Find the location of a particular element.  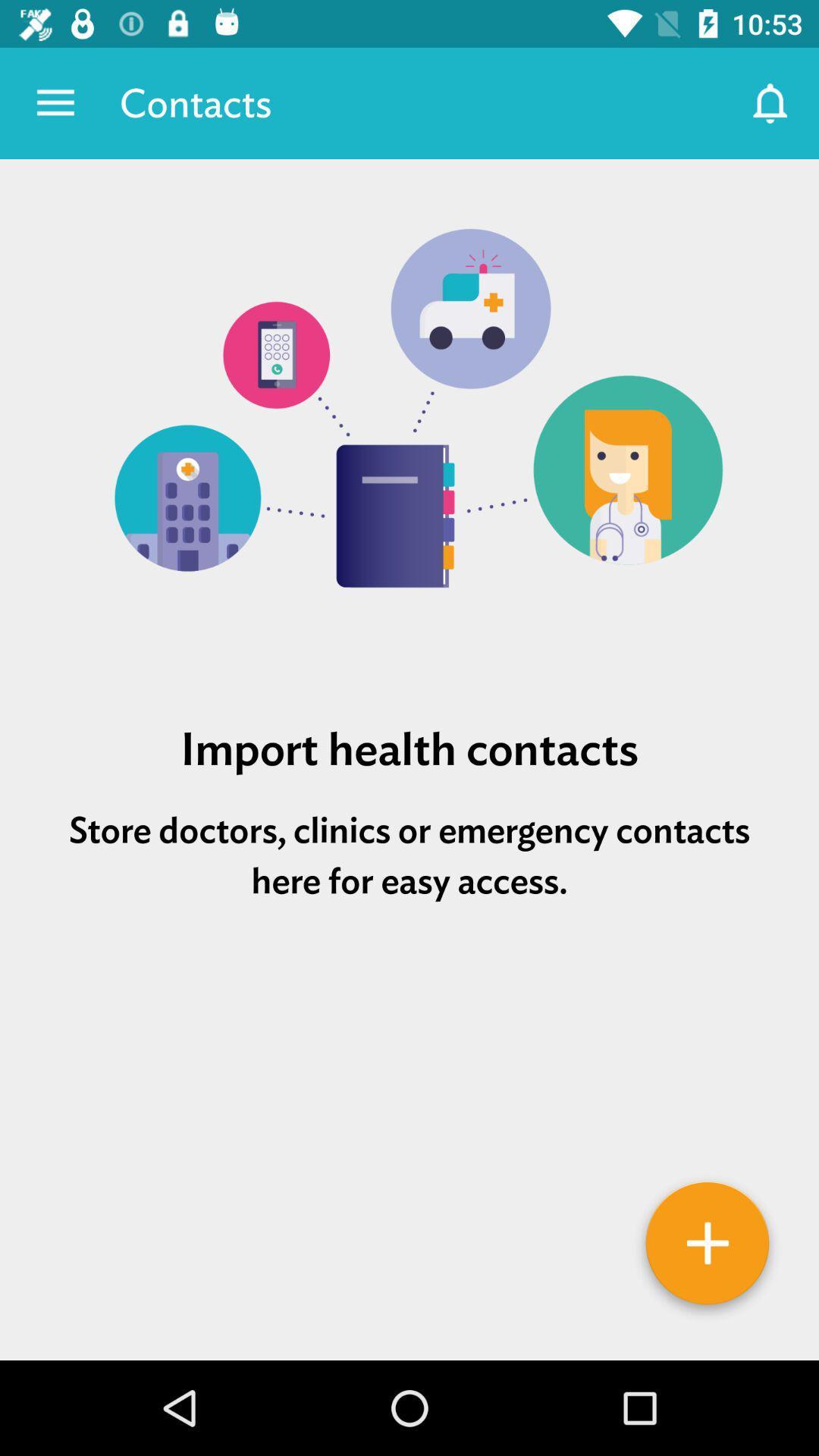

the store doctors clinics item is located at coordinates (409, 855).